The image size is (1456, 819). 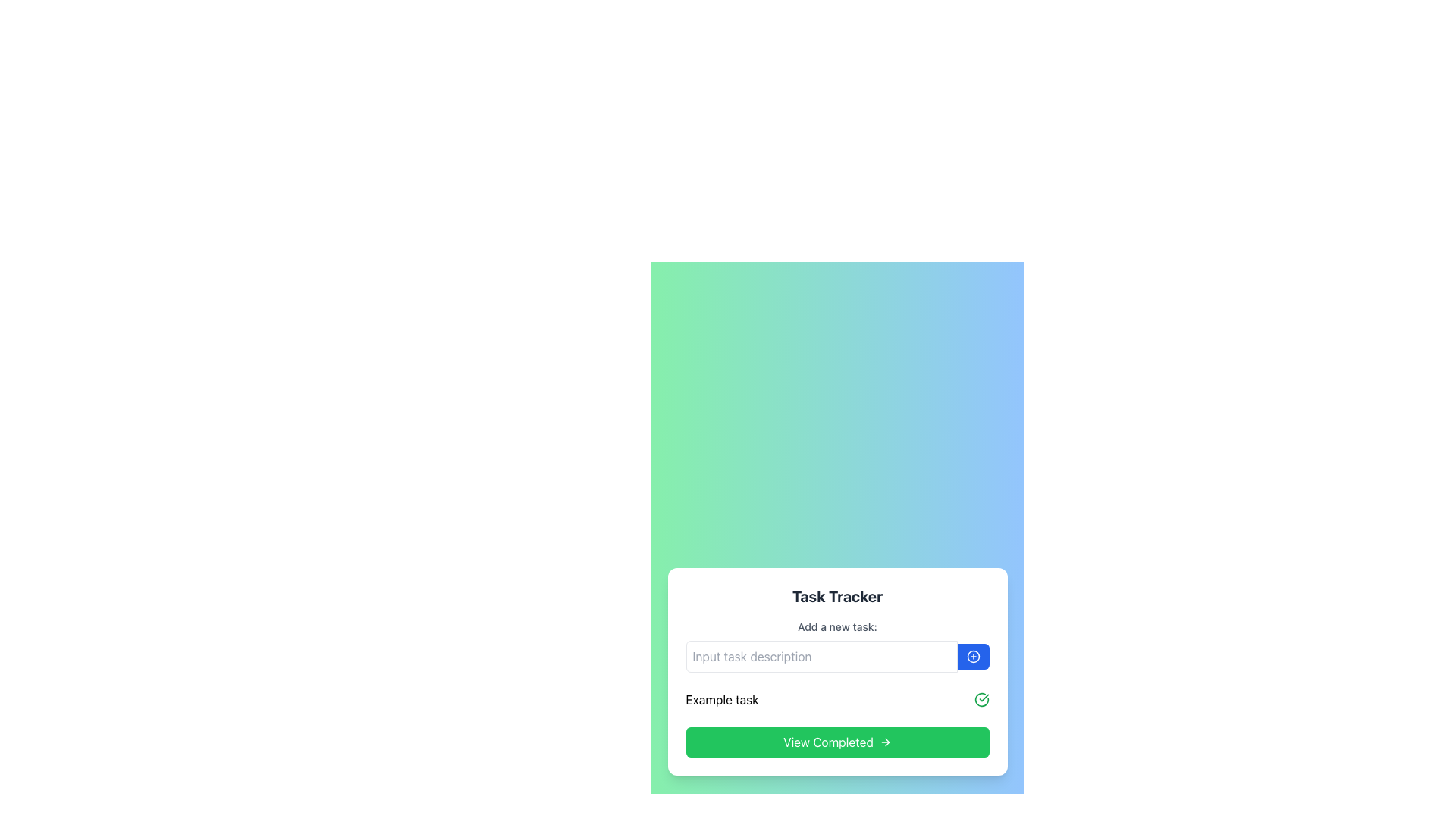 I want to click on the completed task indicator represented by a circular green checkmark icon located to the right of the text item 'Example task' in the task list, so click(x=981, y=699).